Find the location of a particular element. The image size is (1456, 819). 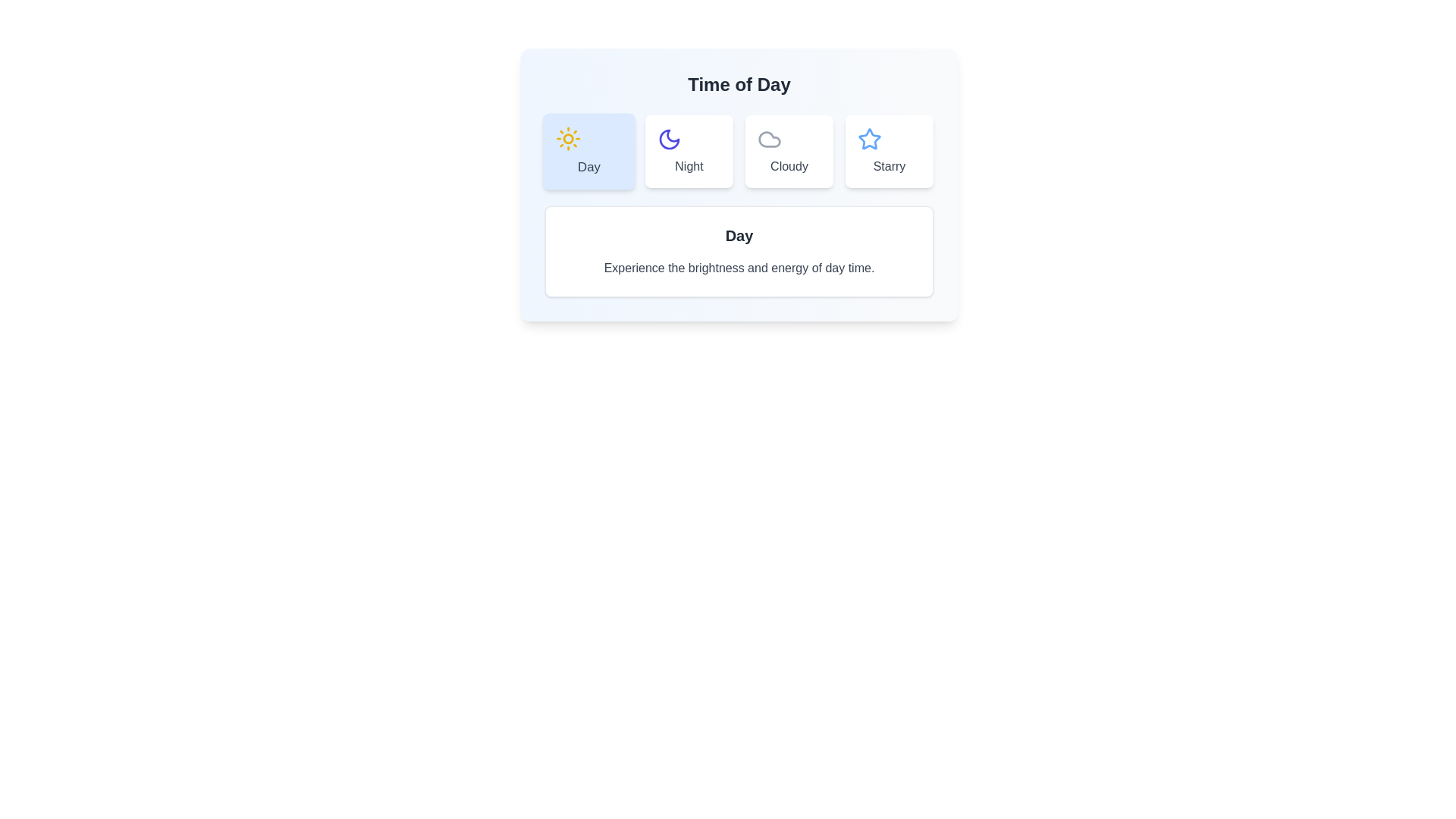

the tab labeled Night is located at coordinates (688, 152).